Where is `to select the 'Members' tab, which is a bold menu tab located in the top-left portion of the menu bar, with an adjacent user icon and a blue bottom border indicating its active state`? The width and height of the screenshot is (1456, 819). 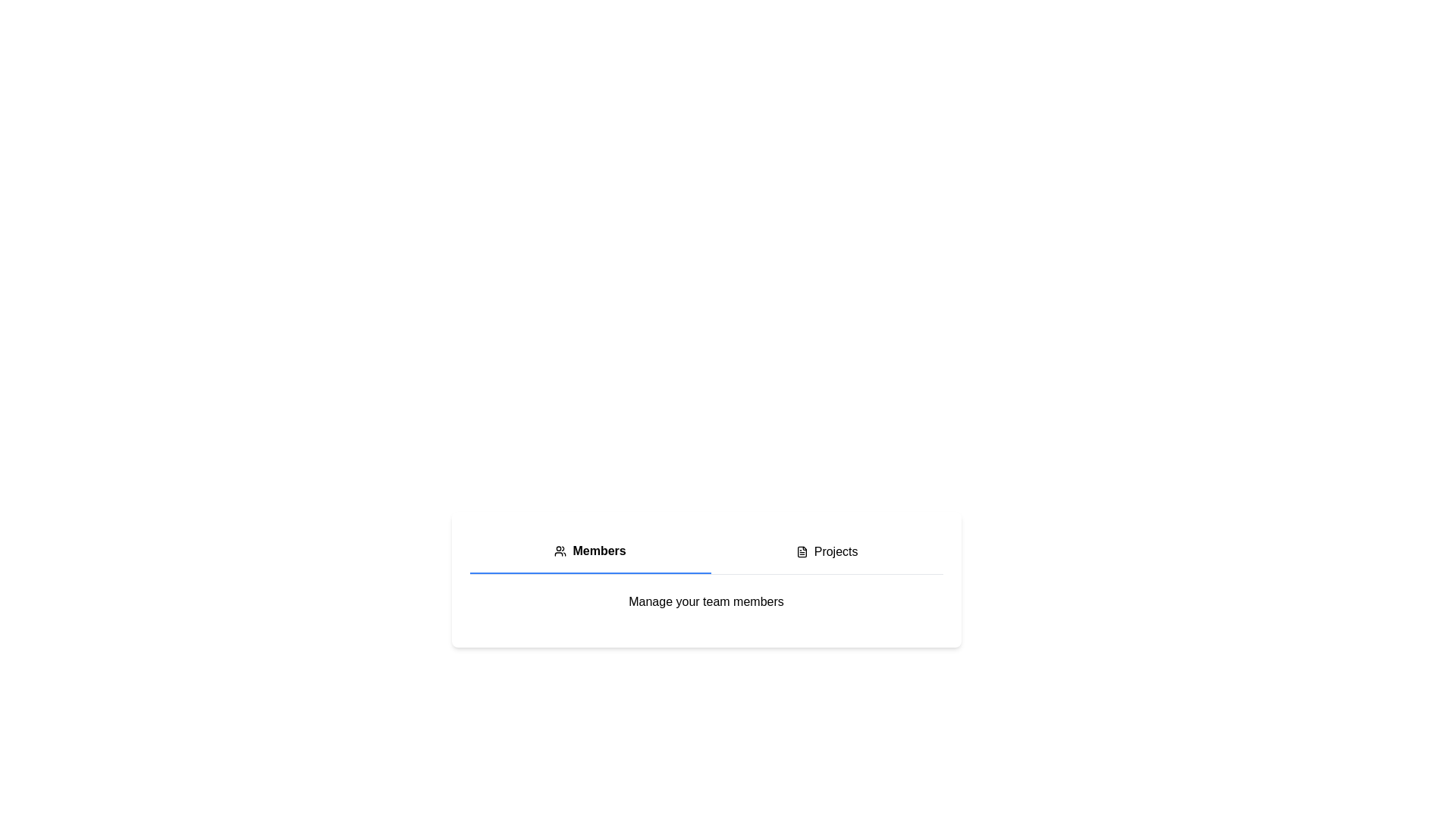 to select the 'Members' tab, which is a bold menu tab located in the top-left portion of the menu bar, with an adjacent user icon and a blue bottom border indicating its active state is located at coordinates (589, 552).